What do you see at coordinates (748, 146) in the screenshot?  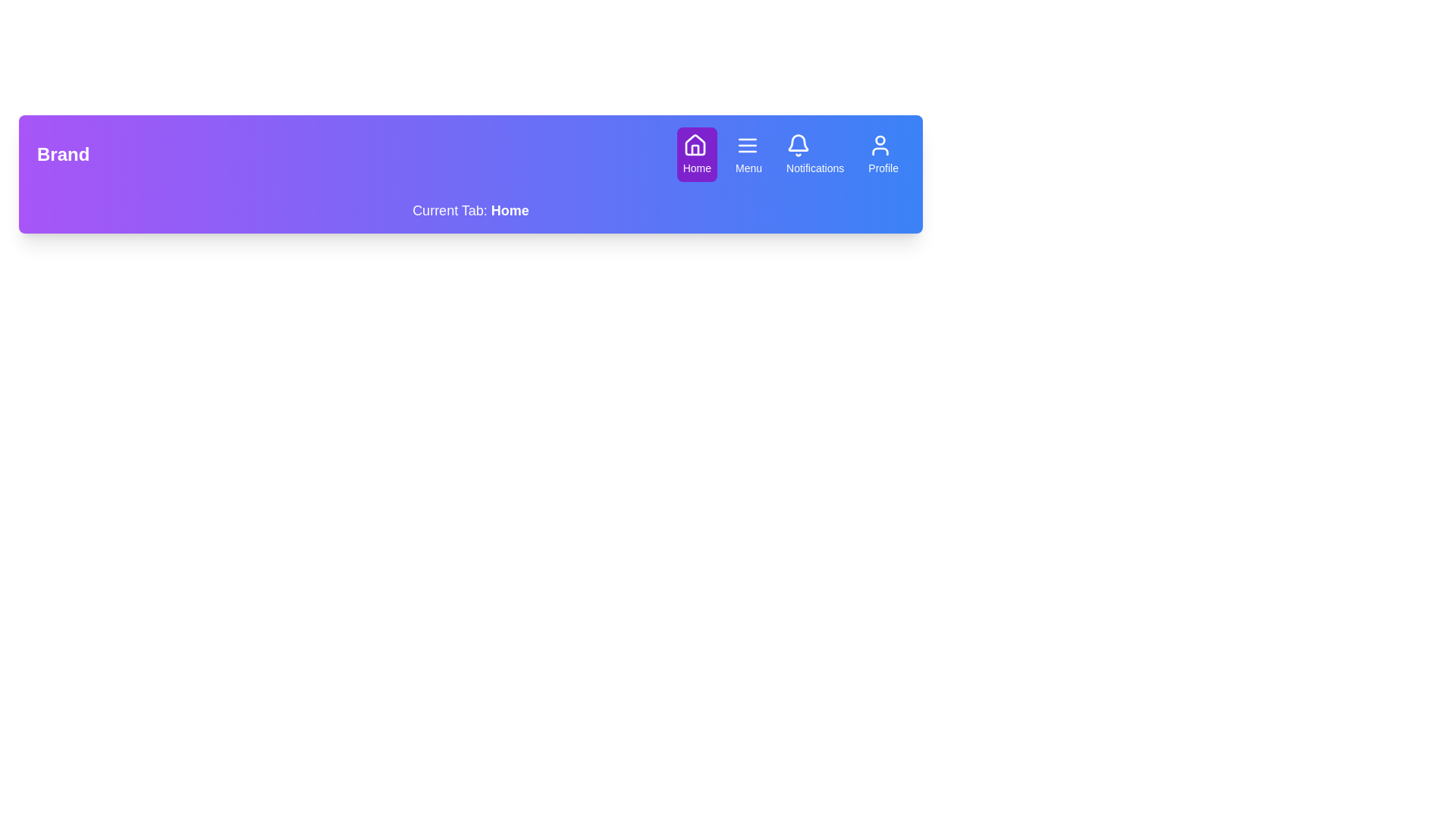 I see `the 'Menu' icon located second from the left in the horizontal navigation bar to trigger a tooltip or visual effect` at bounding box center [748, 146].